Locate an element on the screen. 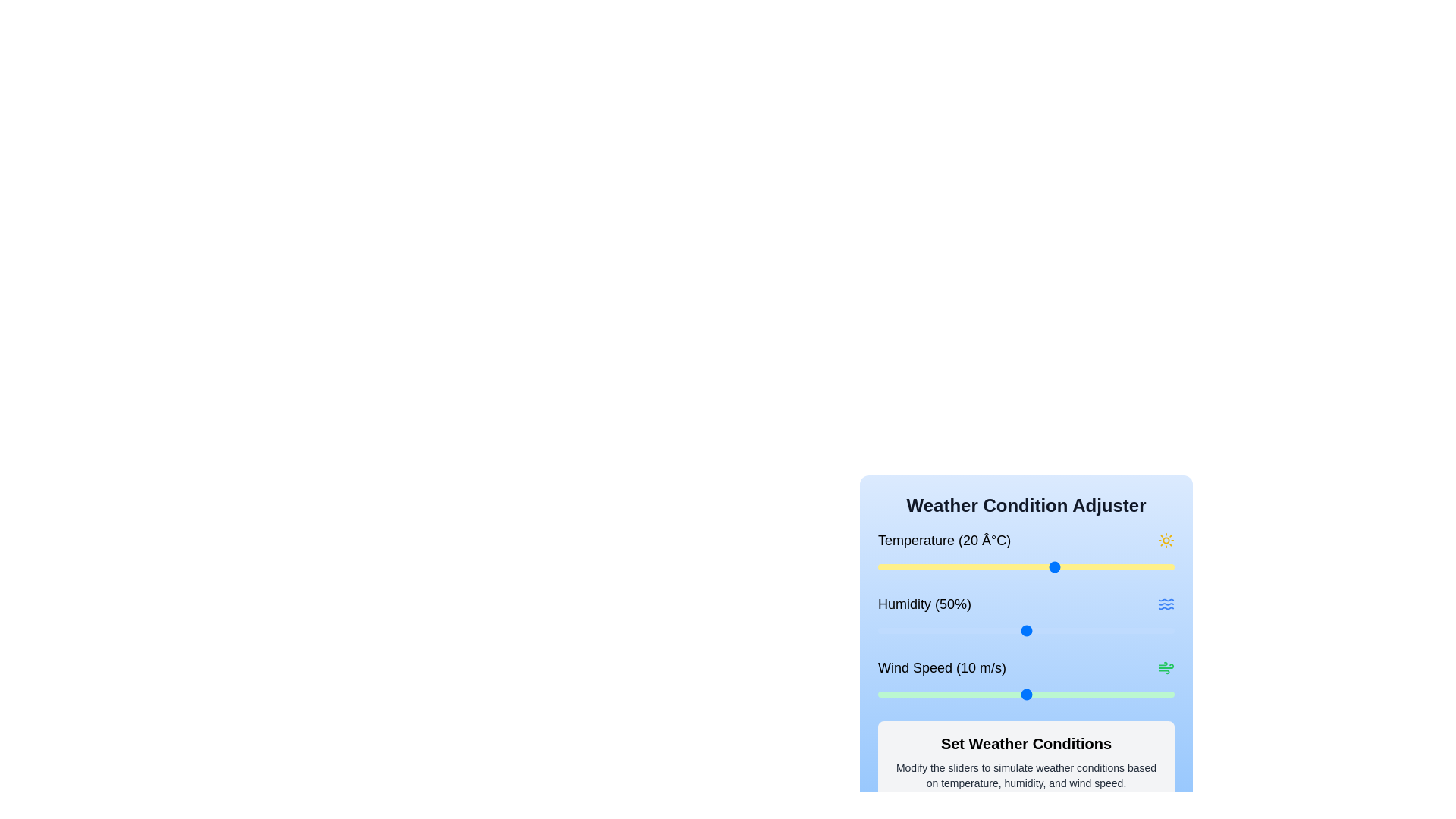  the wind speed slider to set the wind speed to 18 m/s is located at coordinates (1144, 694).